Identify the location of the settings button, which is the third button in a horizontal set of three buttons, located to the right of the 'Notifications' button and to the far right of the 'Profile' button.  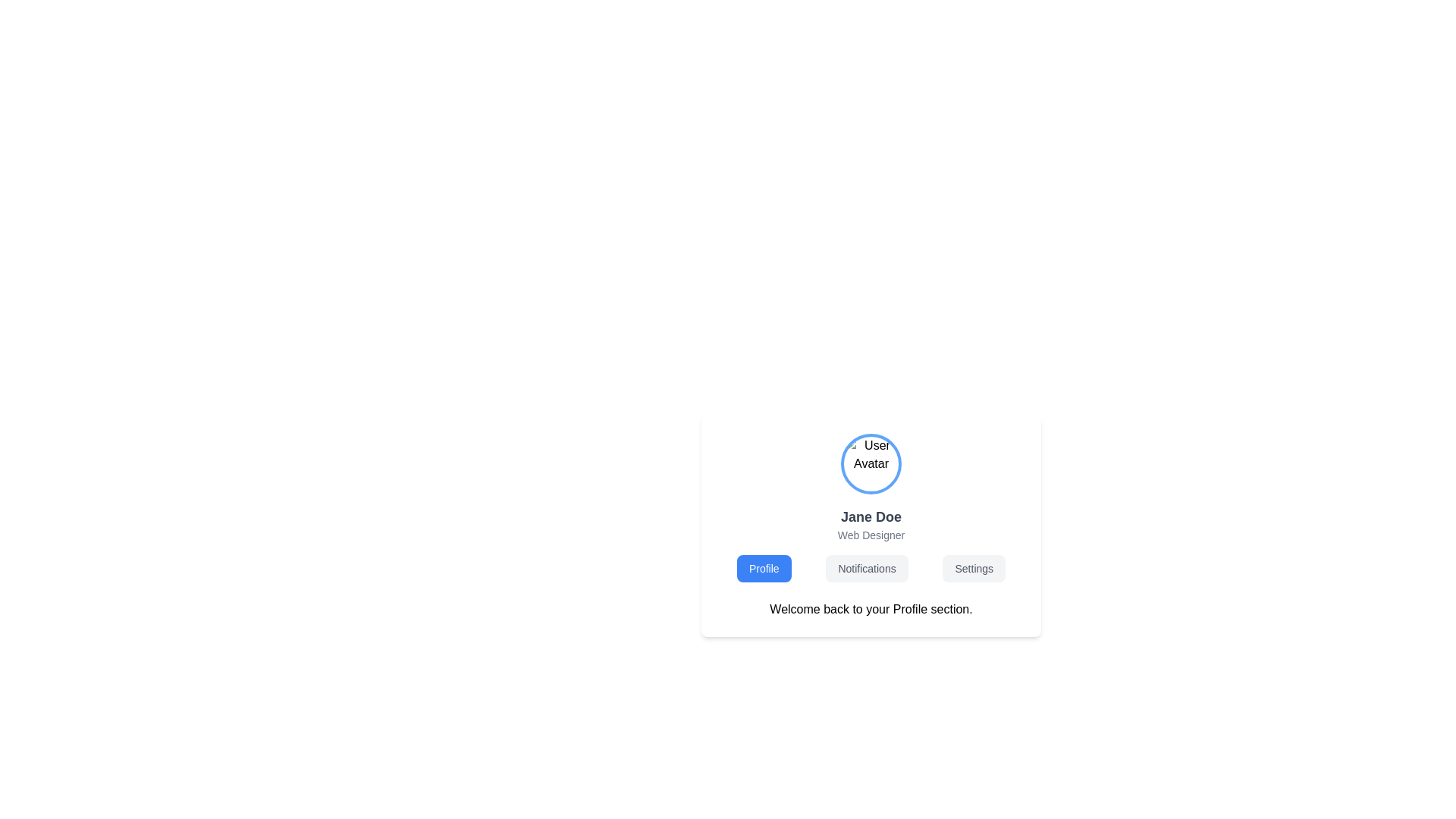
(974, 568).